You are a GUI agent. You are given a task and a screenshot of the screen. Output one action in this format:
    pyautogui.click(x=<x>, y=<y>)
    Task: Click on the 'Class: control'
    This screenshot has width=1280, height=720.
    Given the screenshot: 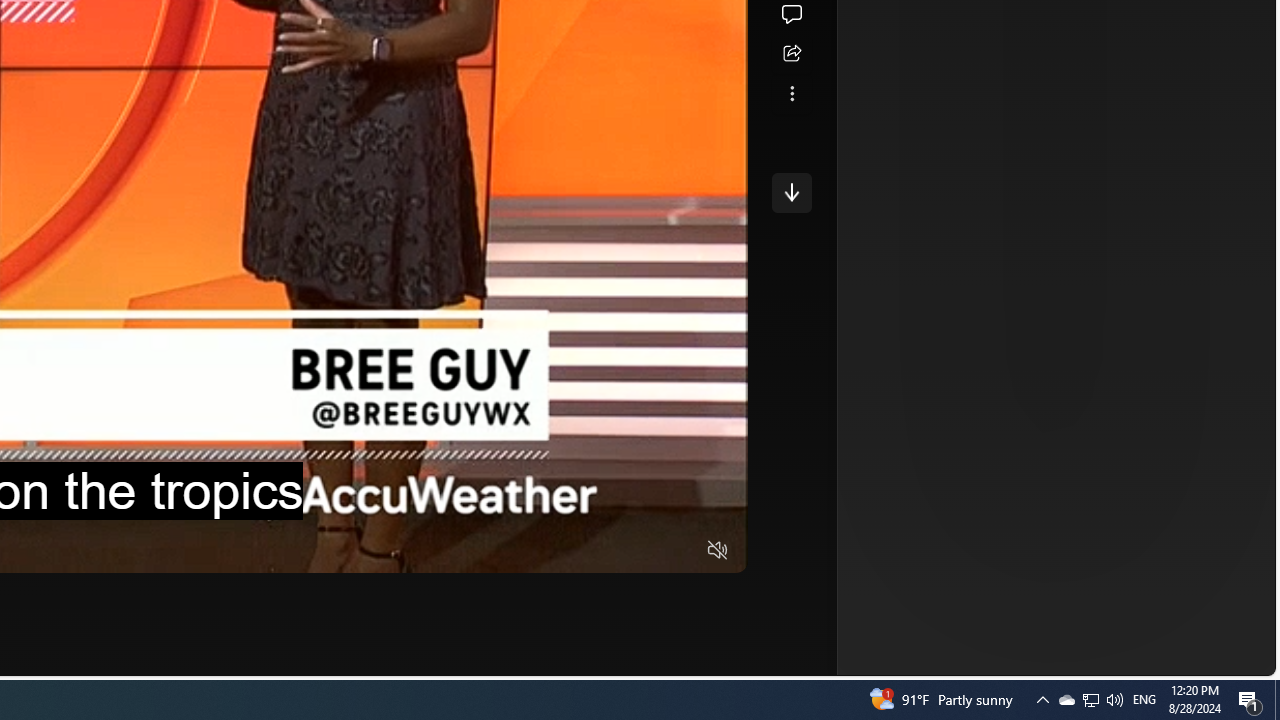 What is the action you would take?
    pyautogui.click(x=790, y=192)
    